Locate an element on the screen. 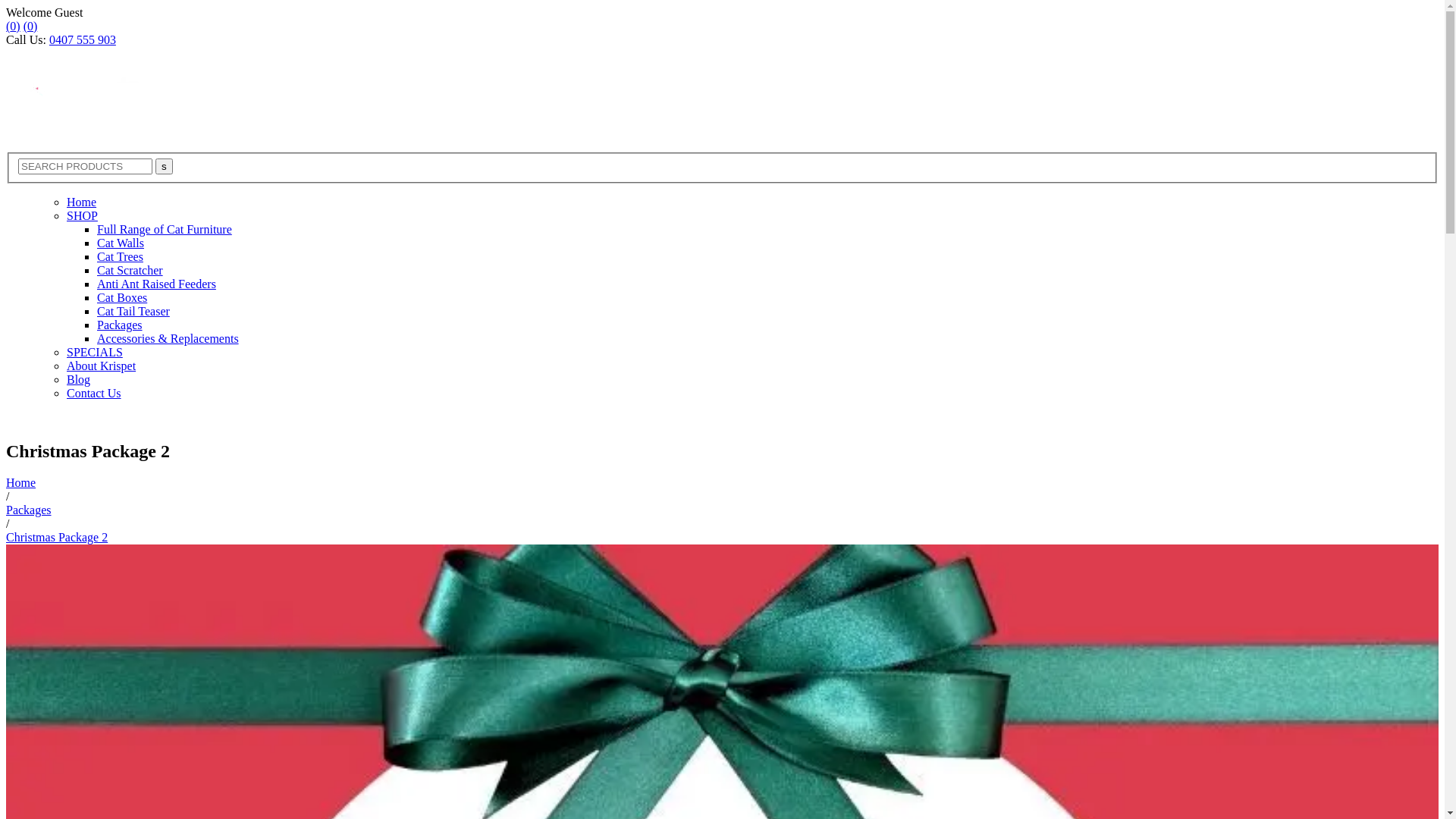 This screenshot has height=819, width=1456. 'Krispet Pty Ltd' is located at coordinates (81, 98).